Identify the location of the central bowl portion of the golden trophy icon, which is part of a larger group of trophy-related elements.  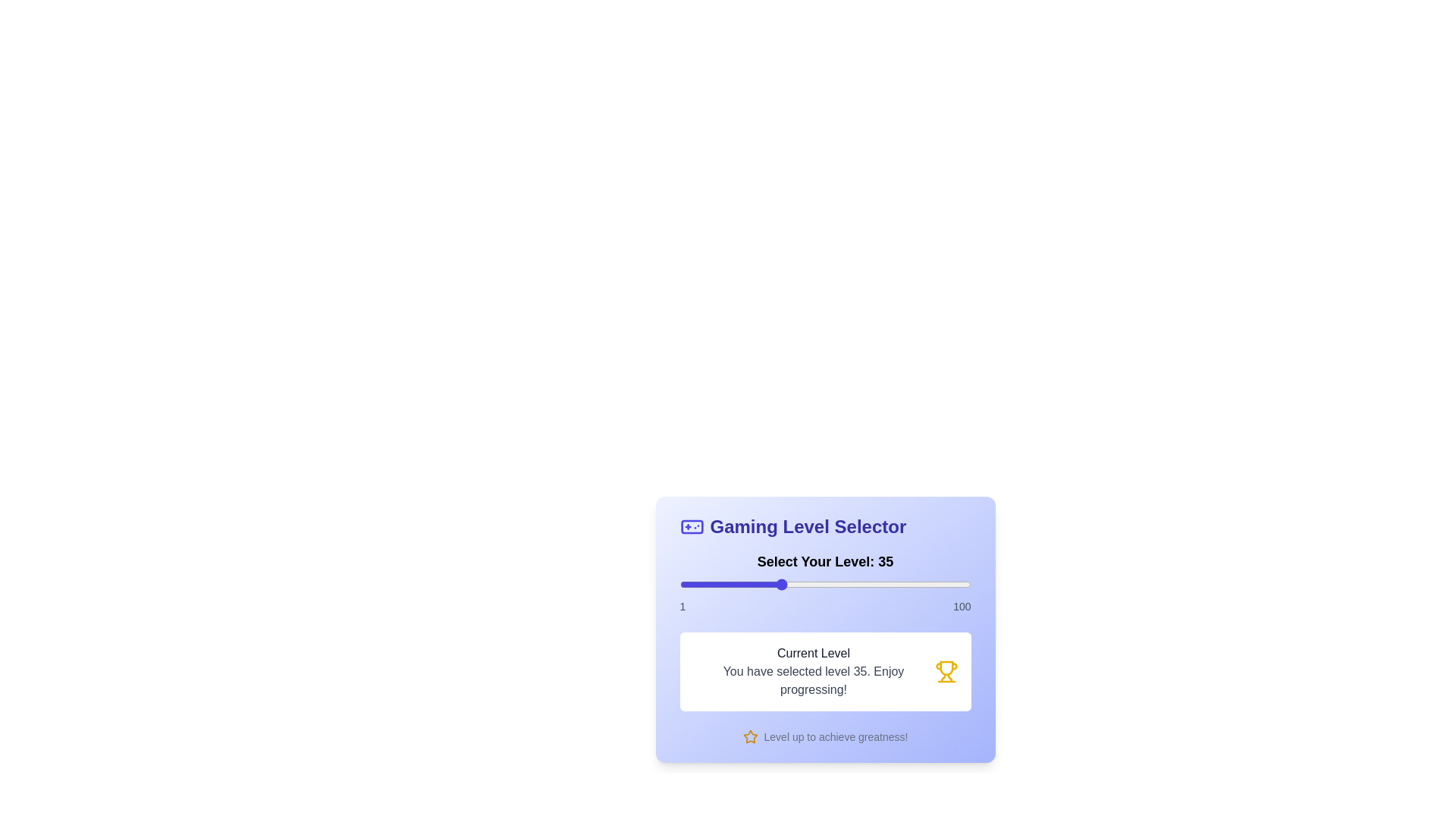
(946, 667).